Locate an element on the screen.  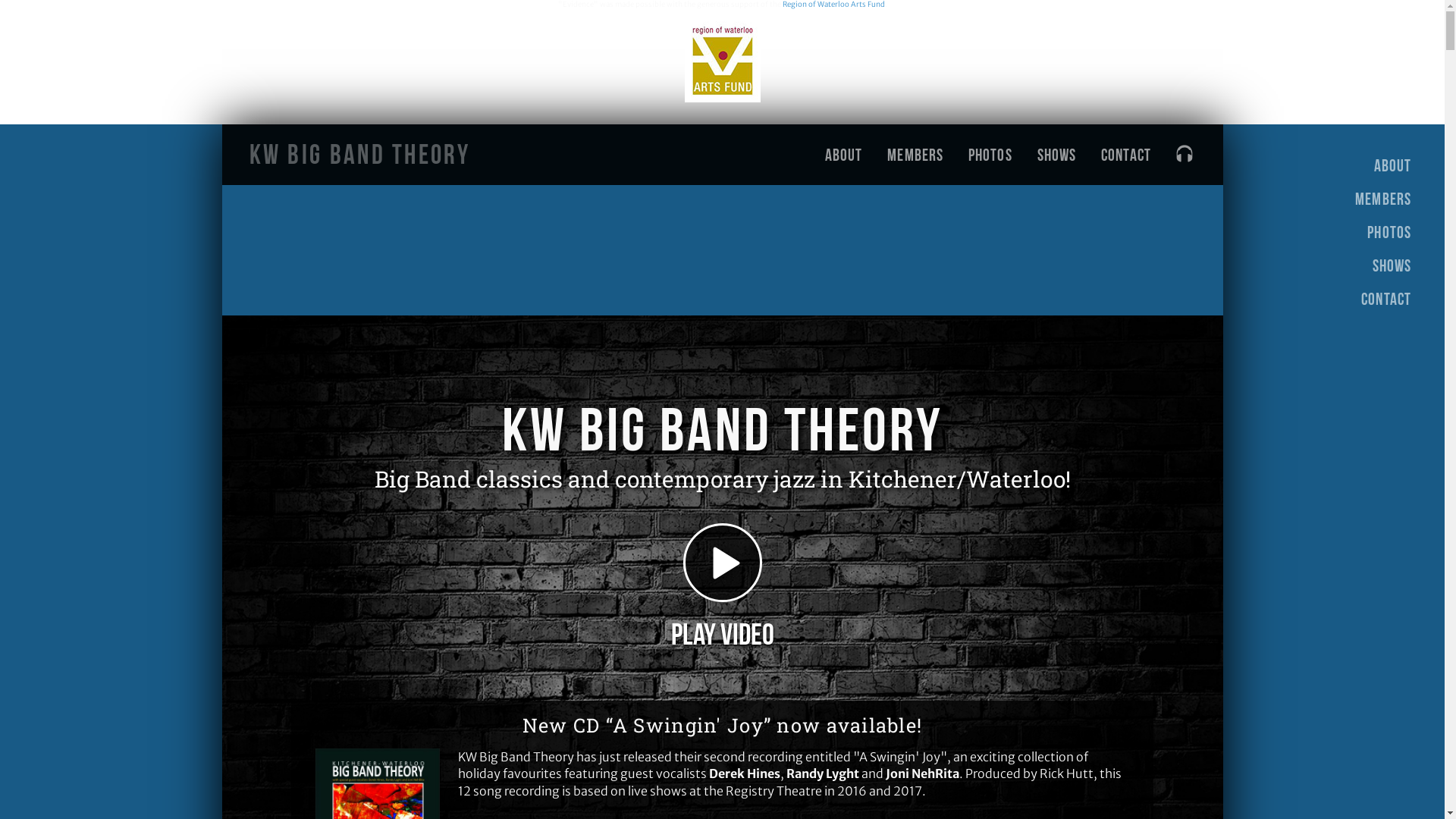
'SHOWS' is located at coordinates (1056, 155).